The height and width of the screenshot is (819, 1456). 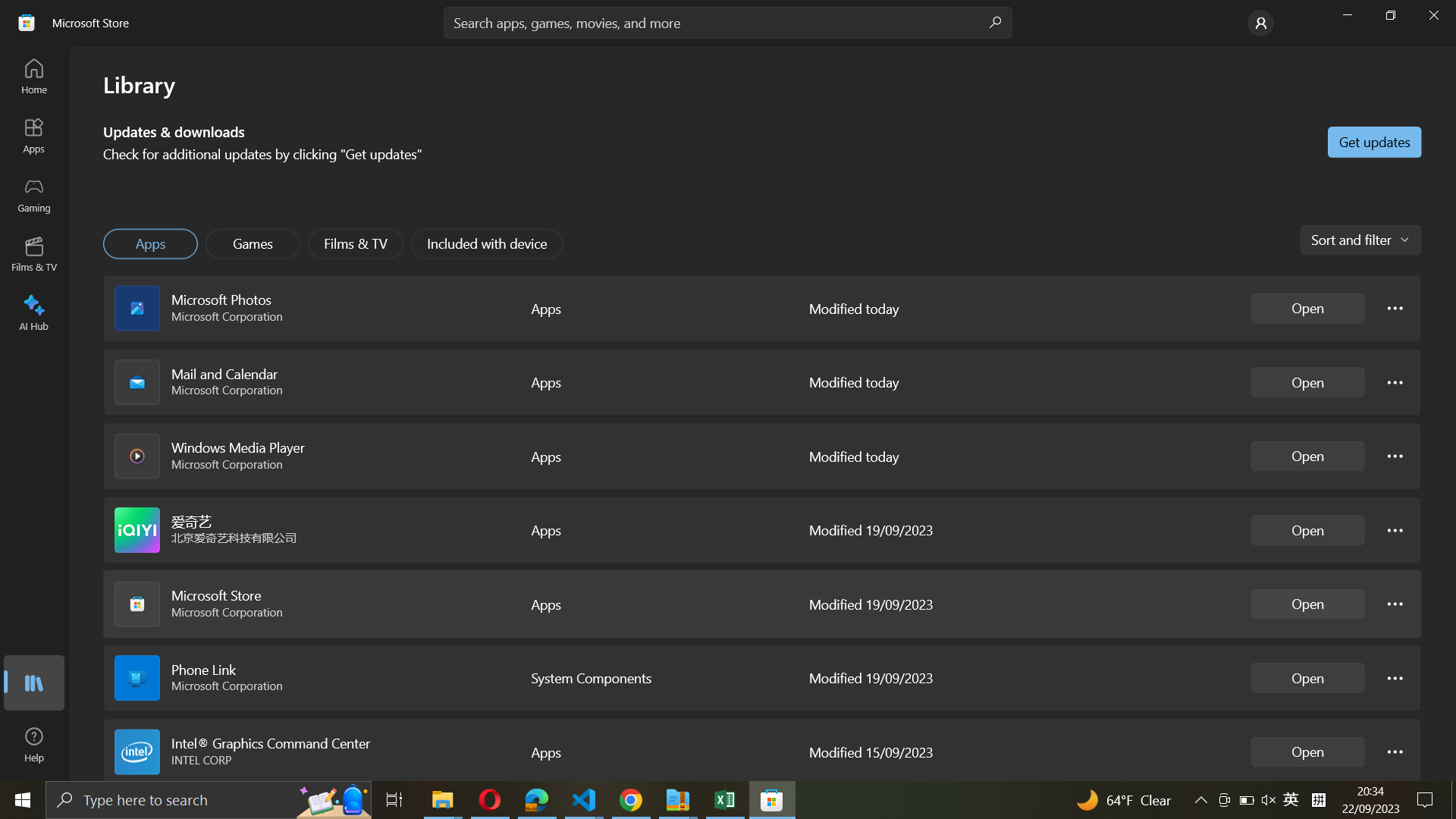 What do you see at coordinates (1395, 752) in the screenshot?
I see `Intel Graphics controls` at bounding box center [1395, 752].